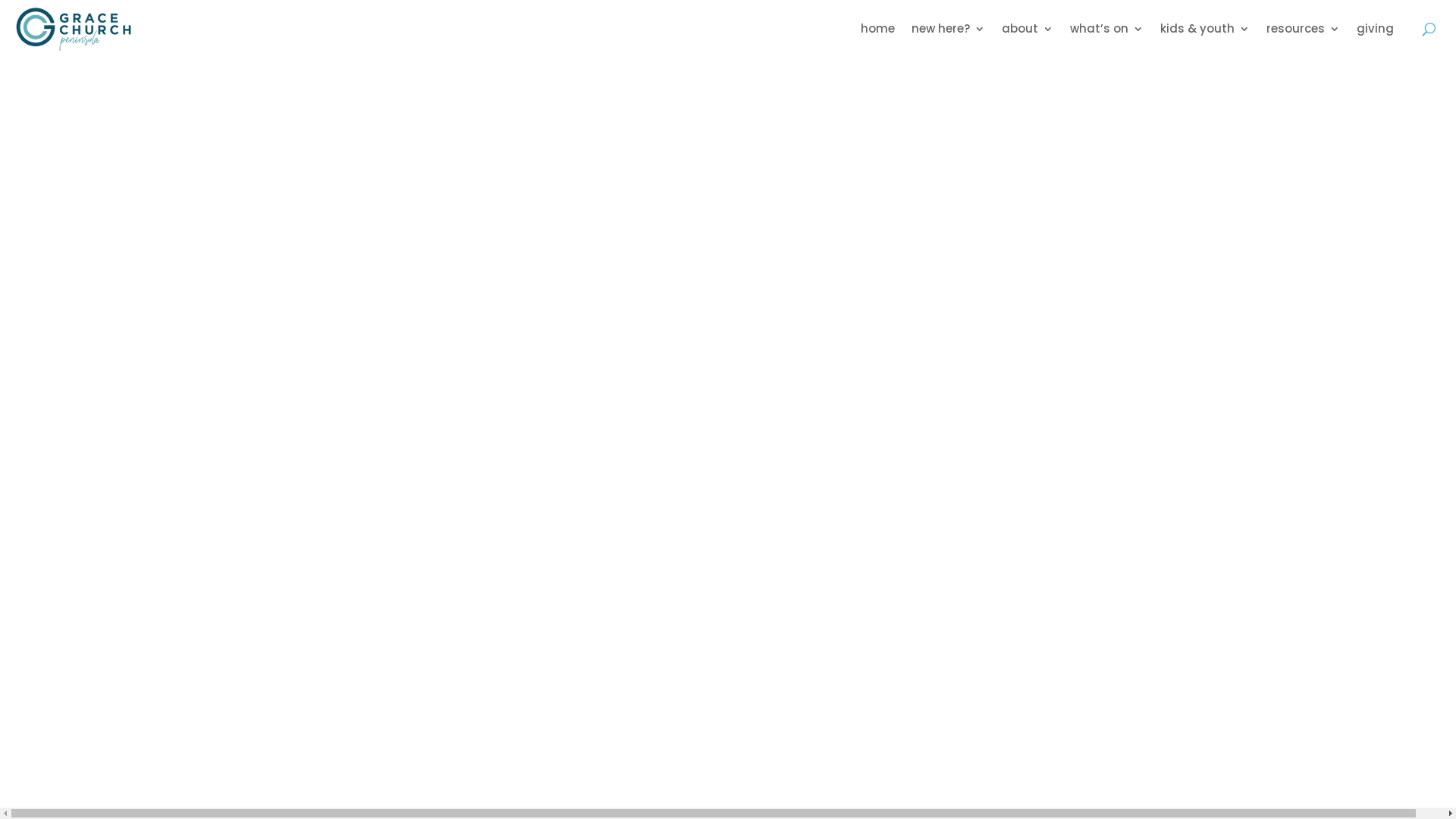 This screenshot has width=1456, height=819. What do you see at coordinates (1203, 29) in the screenshot?
I see `'kids & youth'` at bounding box center [1203, 29].